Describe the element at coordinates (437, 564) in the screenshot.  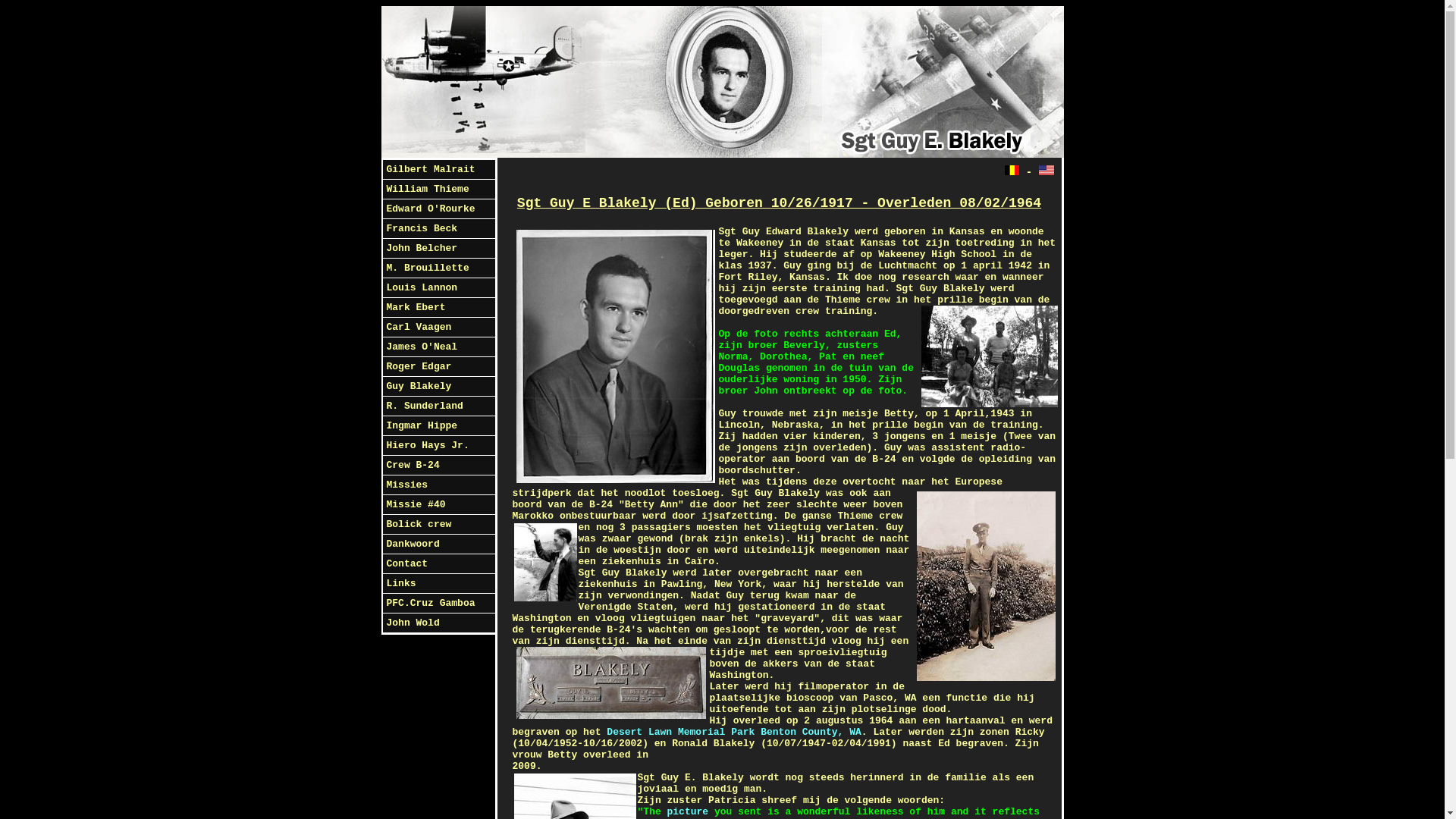
I see `'Contact'` at that location.